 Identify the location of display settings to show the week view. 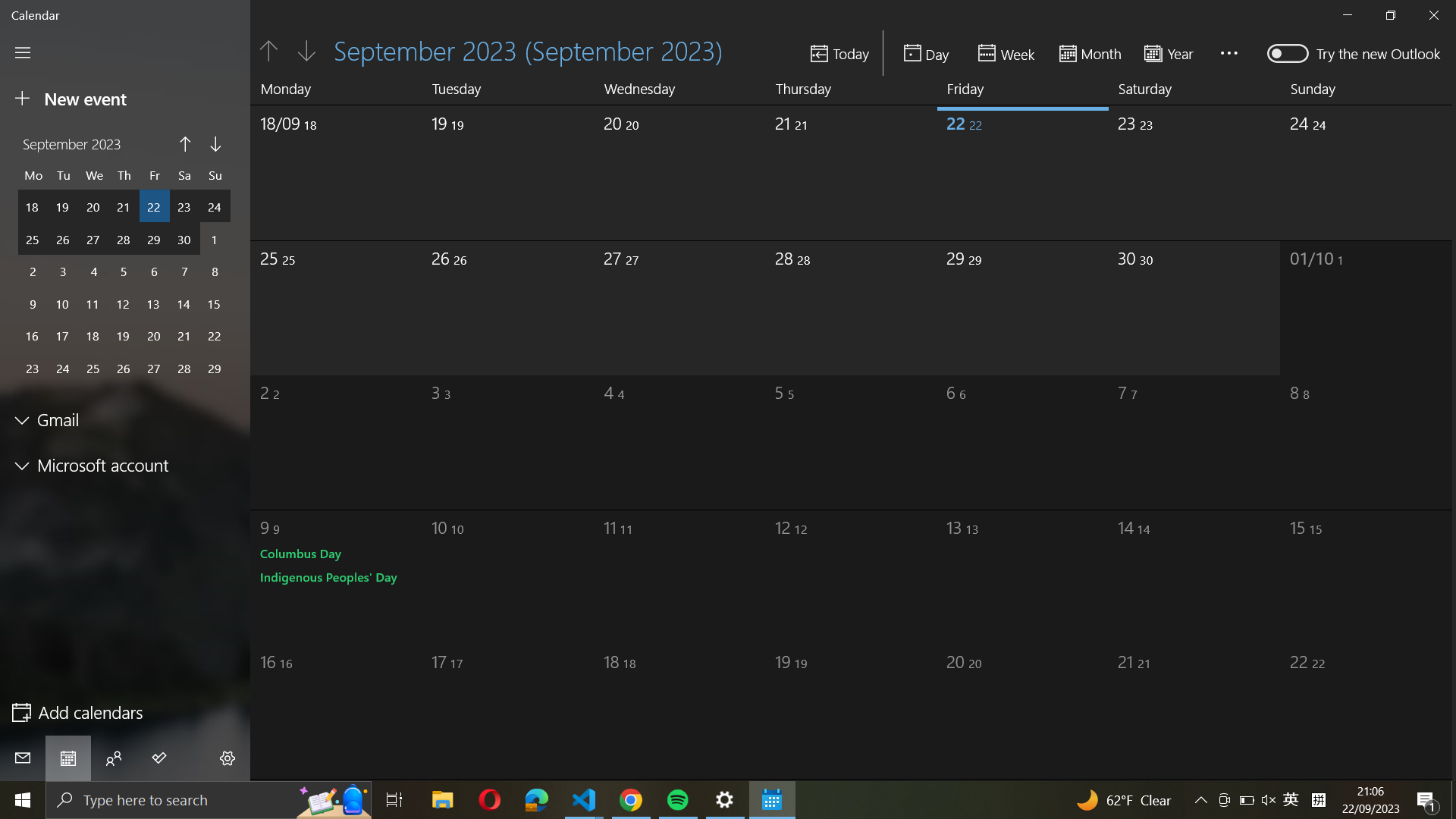
(1008, 52).